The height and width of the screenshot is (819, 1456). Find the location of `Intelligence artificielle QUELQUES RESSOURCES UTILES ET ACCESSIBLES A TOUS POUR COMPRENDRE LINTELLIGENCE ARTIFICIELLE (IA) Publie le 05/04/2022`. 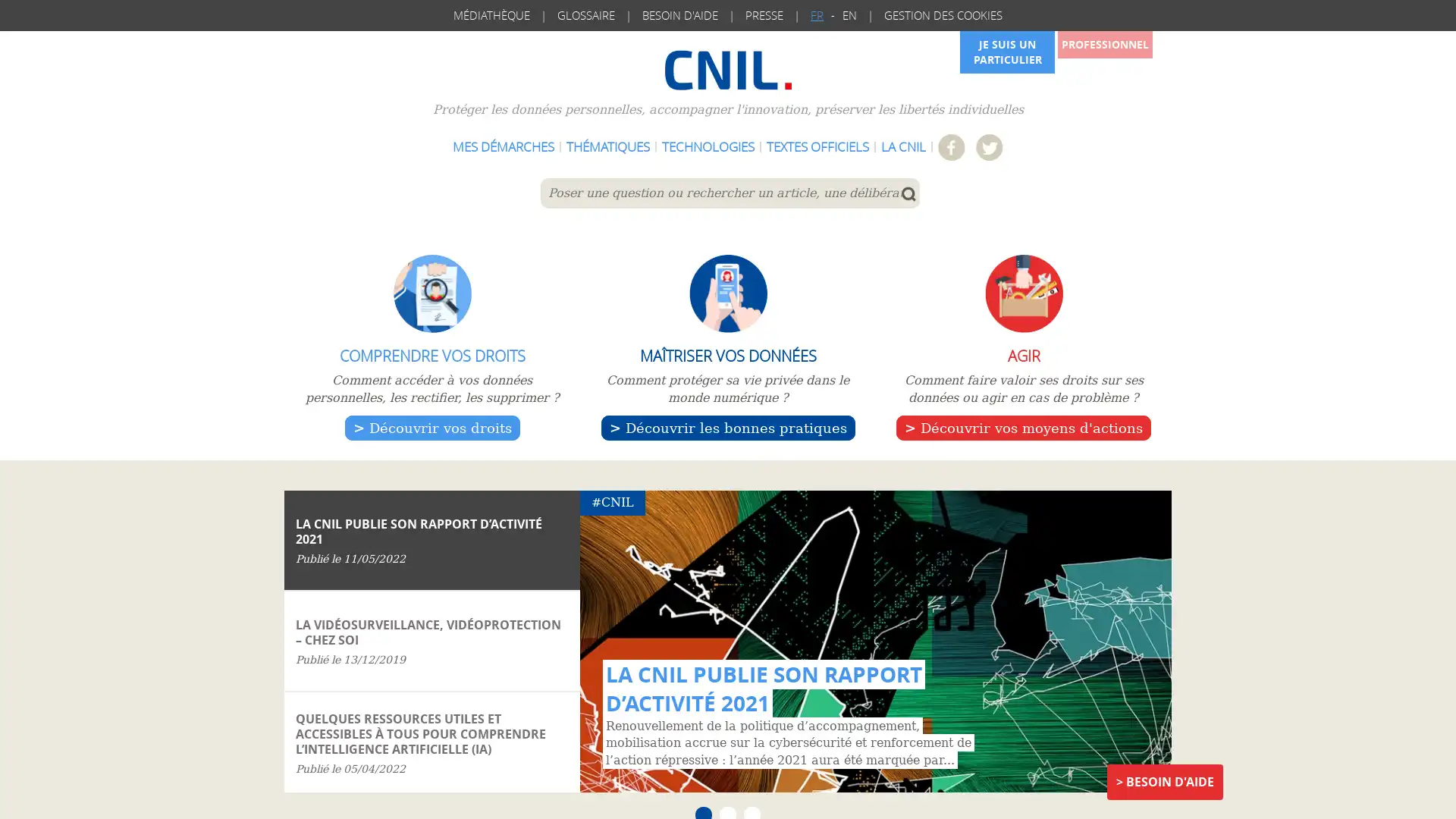

Intelligence artificielle QUELQUES RESSOURCES UTILES ET ACCESSIBLES A TOUS POUR COMPRENDRE LINTELLIGENCE ARTIFICIELLE (IA) Publie le 05/04/2022 is located at coordinates (431, 741).